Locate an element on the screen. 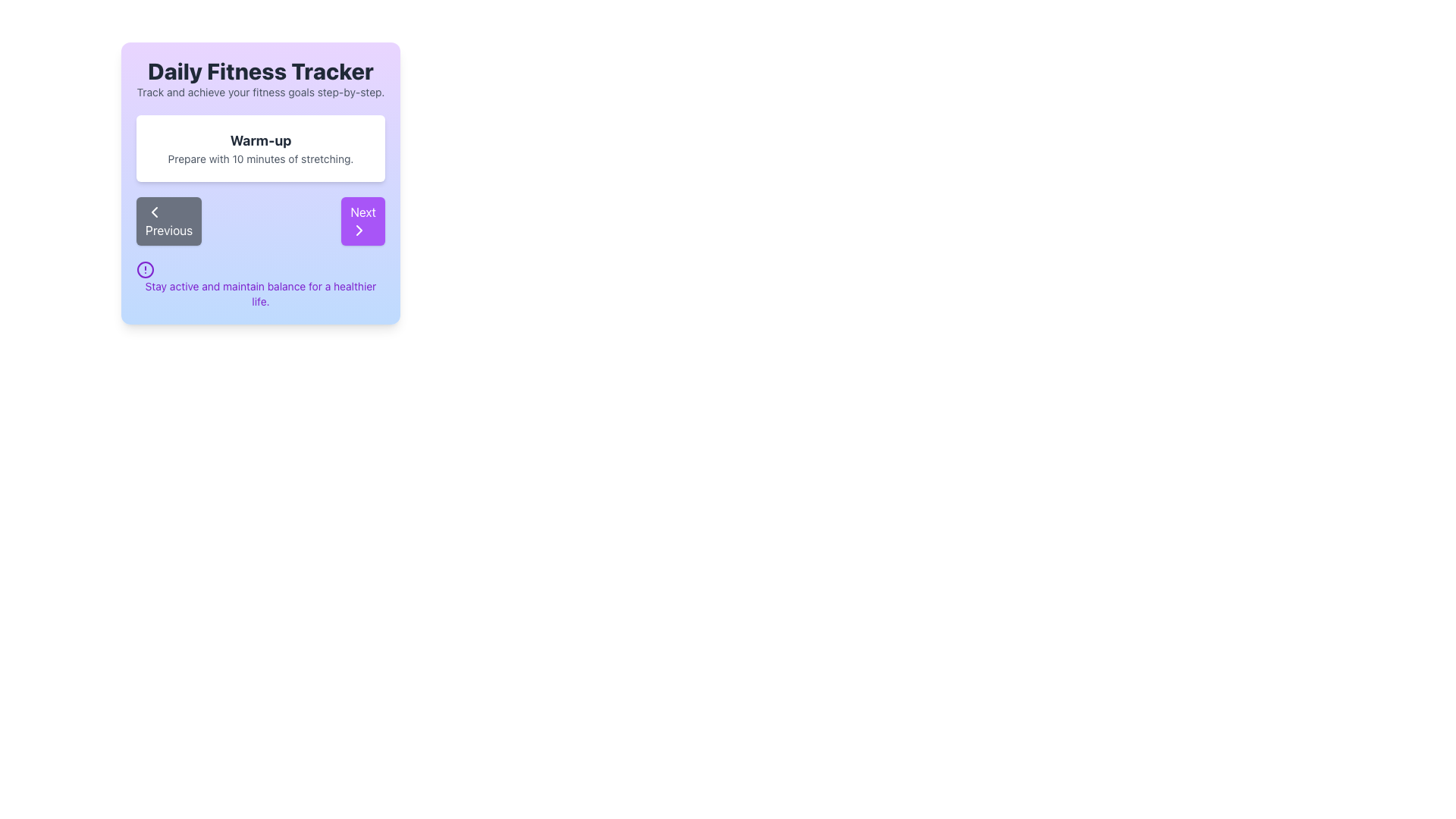 This screenshot has width=1456, height=819. the text element that reads 'Track and achieve your fitness goals step-by-step', which is styled with small-sized light gray text and positioned below the title 'Daily Fitness Tracker' is located at coordinates (261, 93).